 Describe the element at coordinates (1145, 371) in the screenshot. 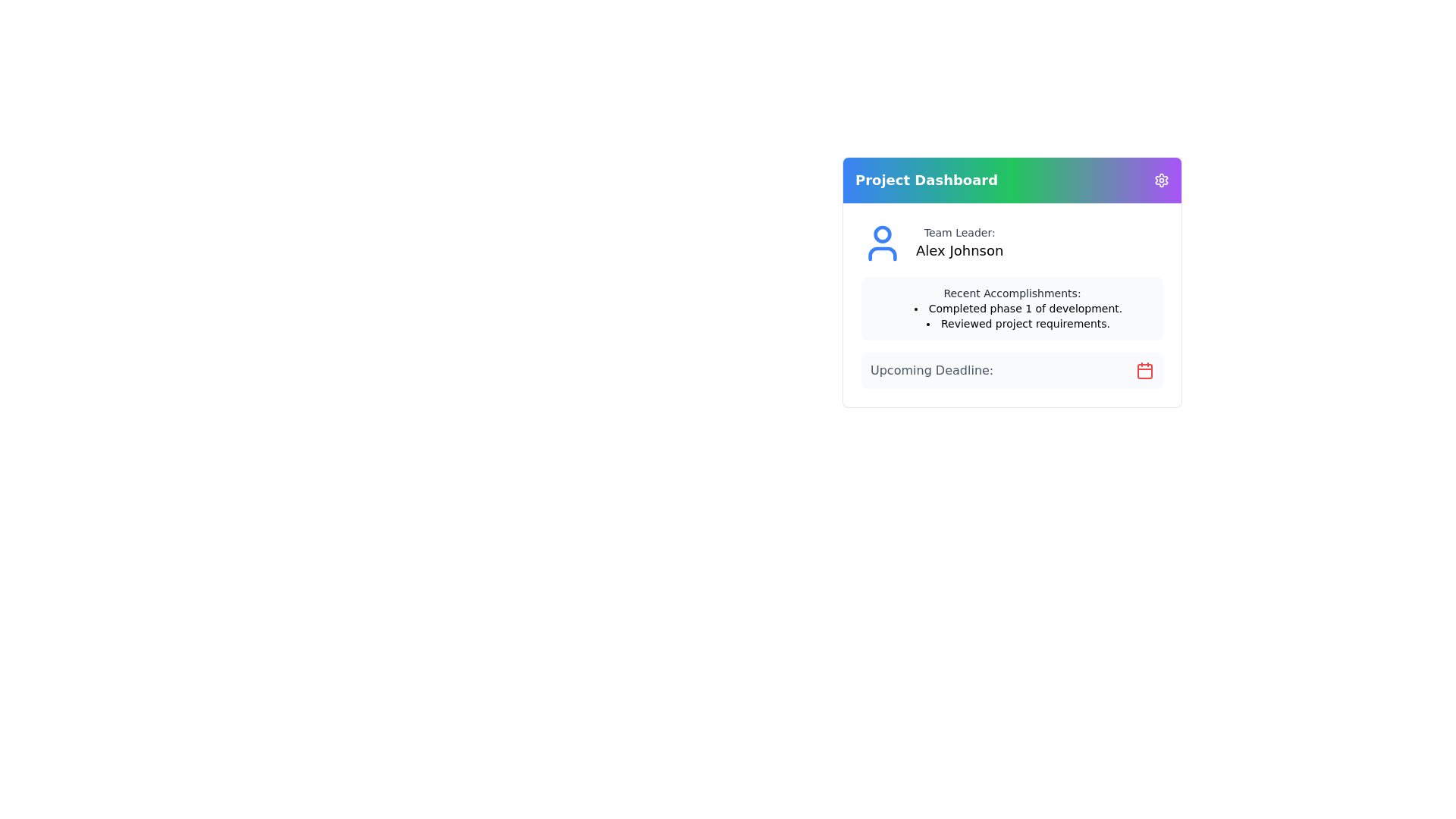

I see `the red calendar icon located at the far right side of the 'Upcoming Deadline:' section in the 'Project Dashboard' card` at that location.